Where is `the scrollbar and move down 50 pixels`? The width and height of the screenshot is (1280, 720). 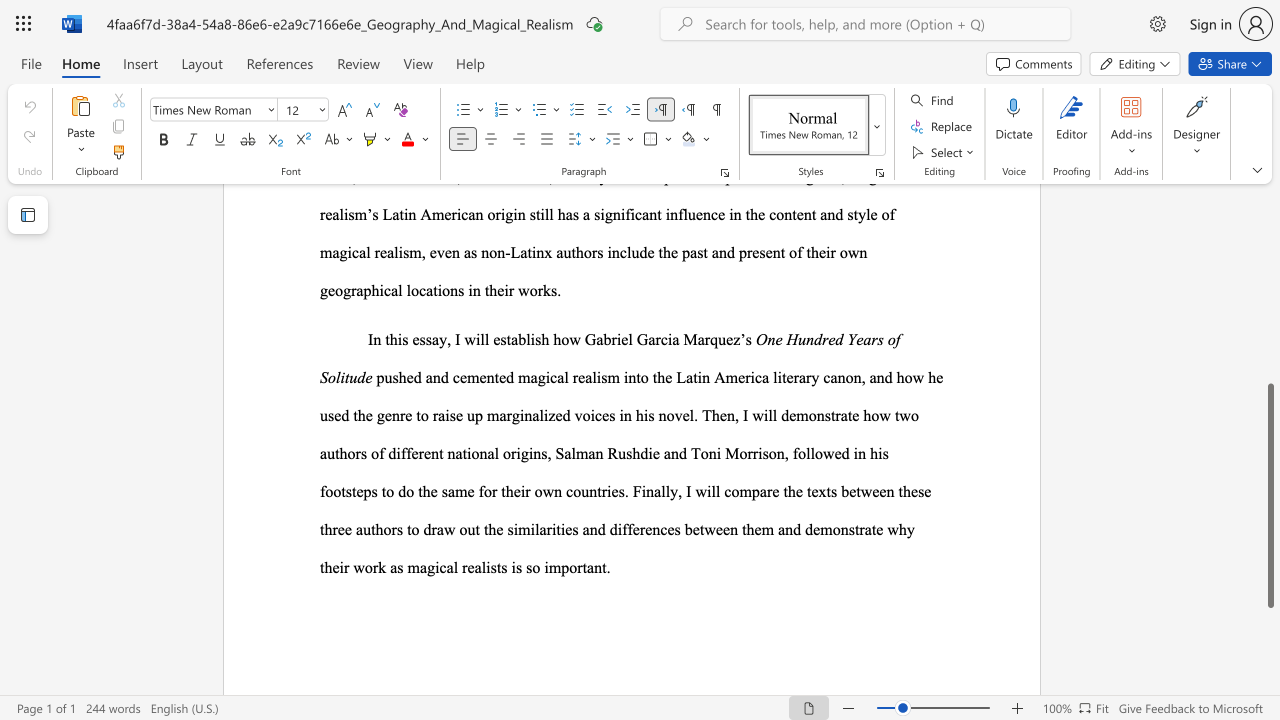
the scrollbar and move down 50 pixels is located at coordinates (1269, 495).